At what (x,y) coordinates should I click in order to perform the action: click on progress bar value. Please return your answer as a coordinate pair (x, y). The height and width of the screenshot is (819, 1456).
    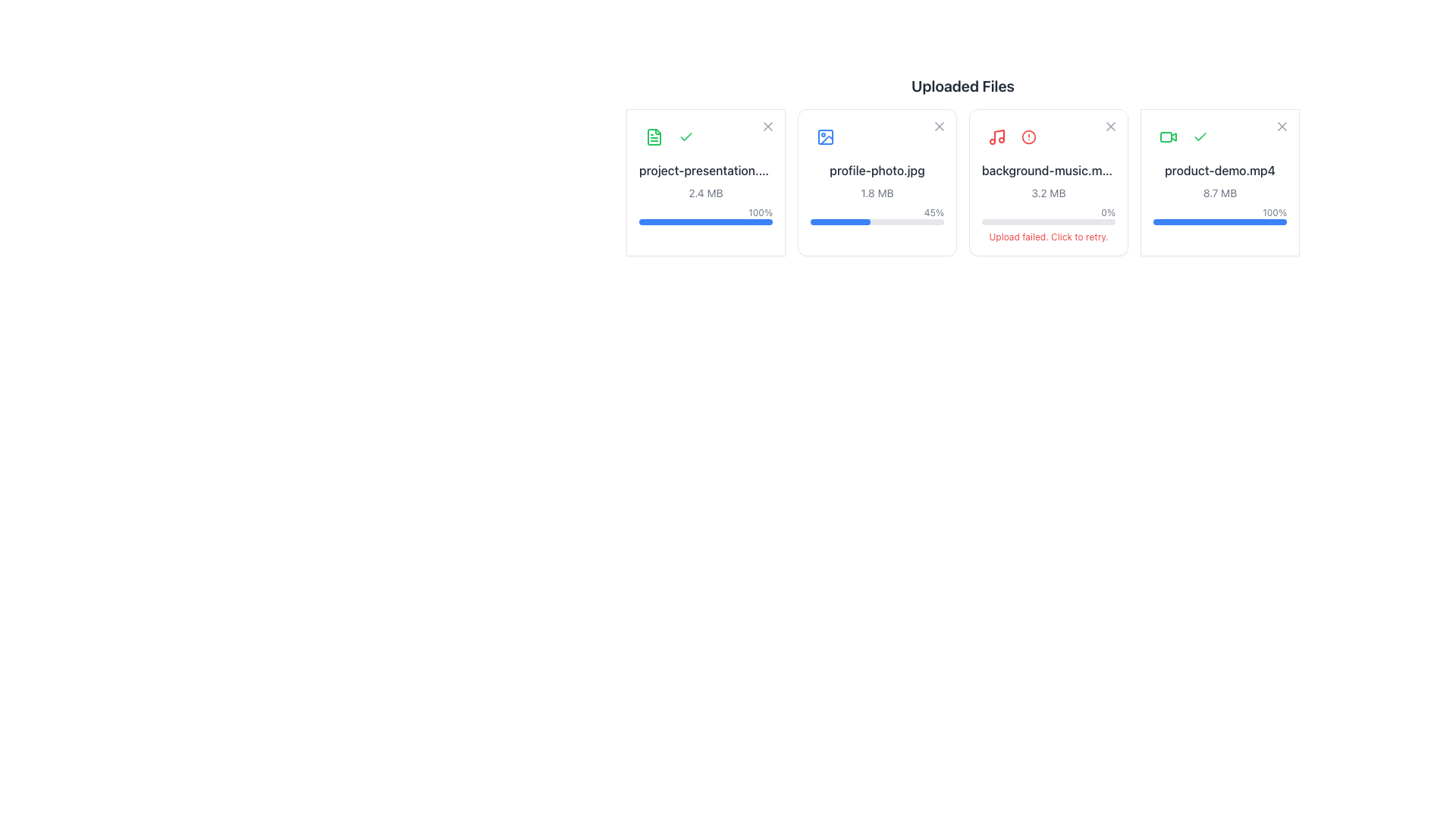
    Looking at the image, I should click on (853, 222).